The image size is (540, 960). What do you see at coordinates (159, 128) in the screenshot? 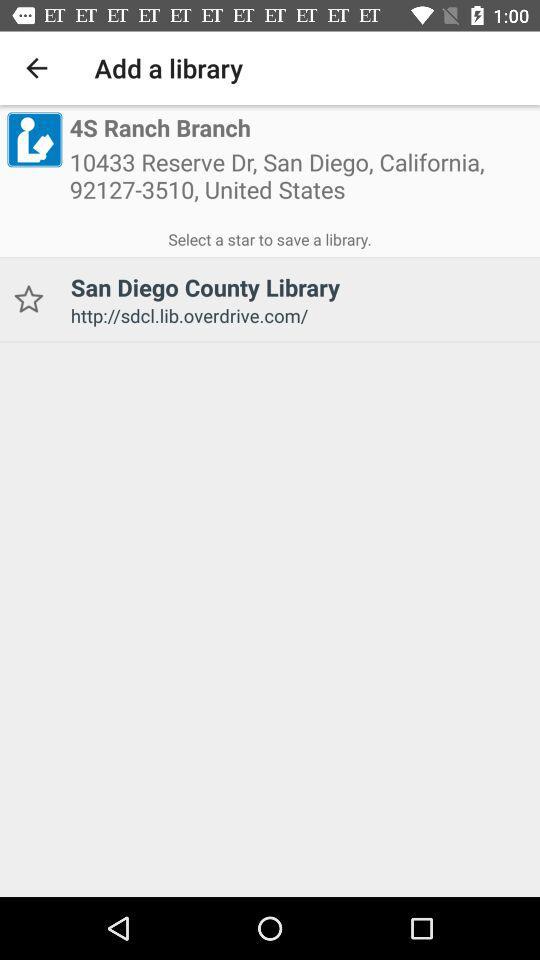
I see `the item above the 10433 reserve dr item` at bounding box center [159, 128].